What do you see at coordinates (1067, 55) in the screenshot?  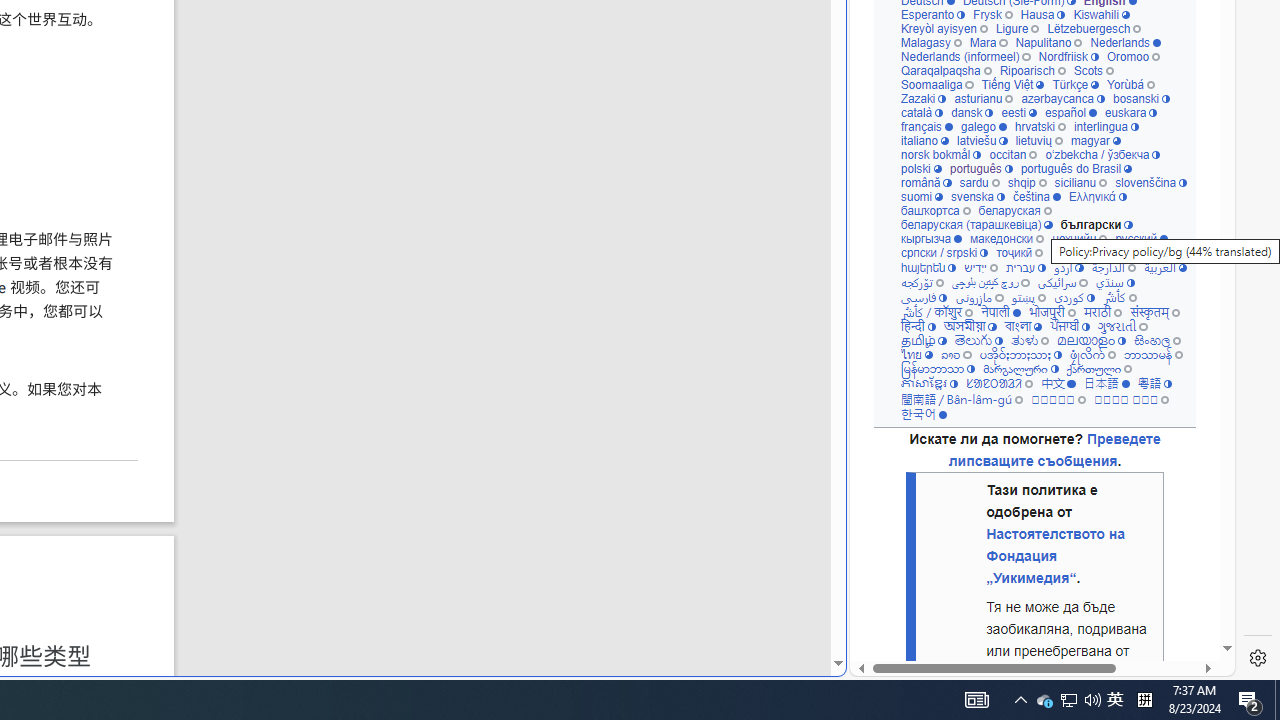 I see `'Nordfriisk'` at bounding box center [1067, 55].